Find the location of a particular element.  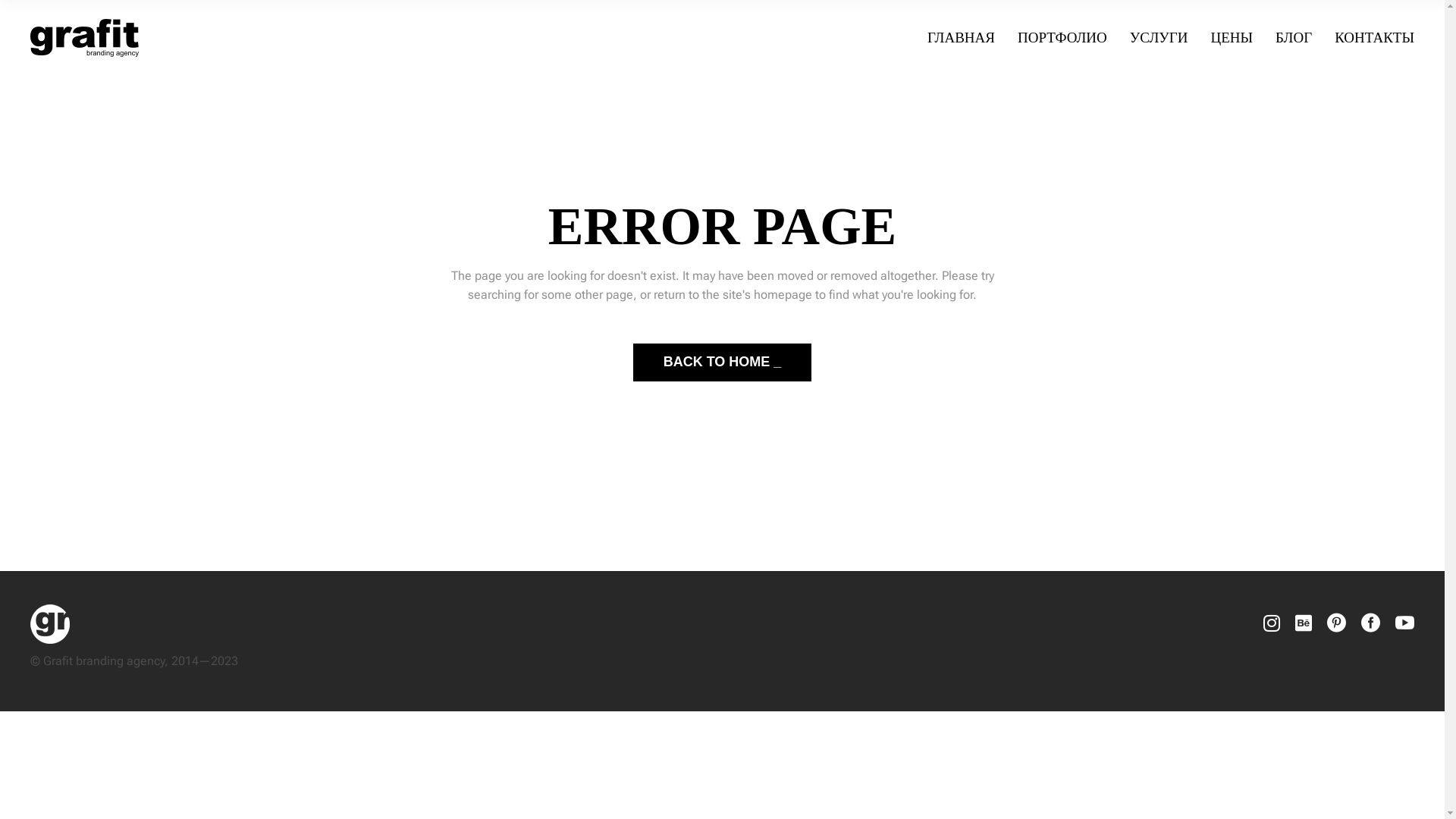

'BACK TO HOME _' is located at coordinates (722, 362).